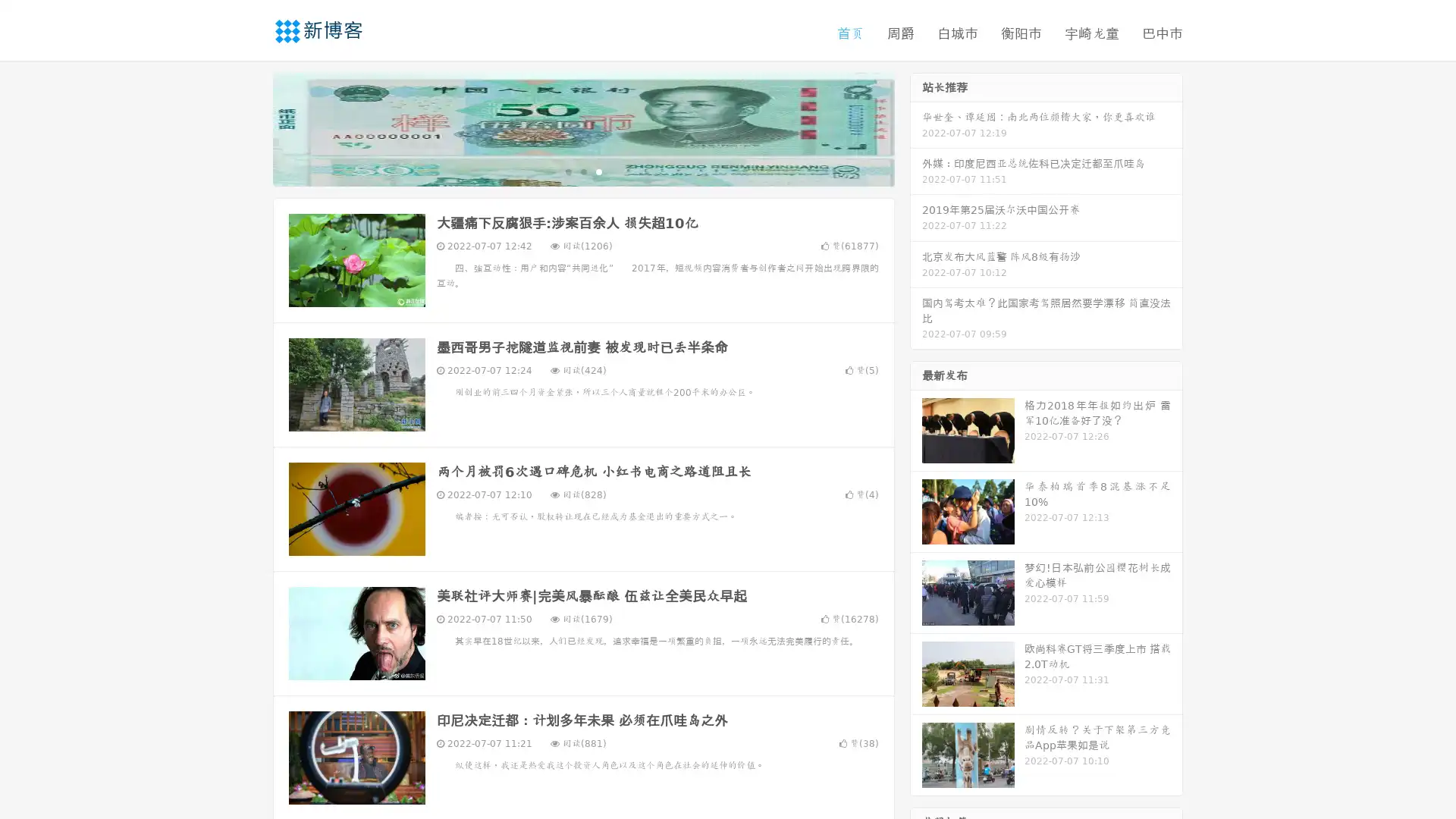 The height and width of the screenshot is (819, 1456). What do you see at coordinates (598, 171) in the screenshot?
I see `Go to slide 3` at bounding box center [598, 171].